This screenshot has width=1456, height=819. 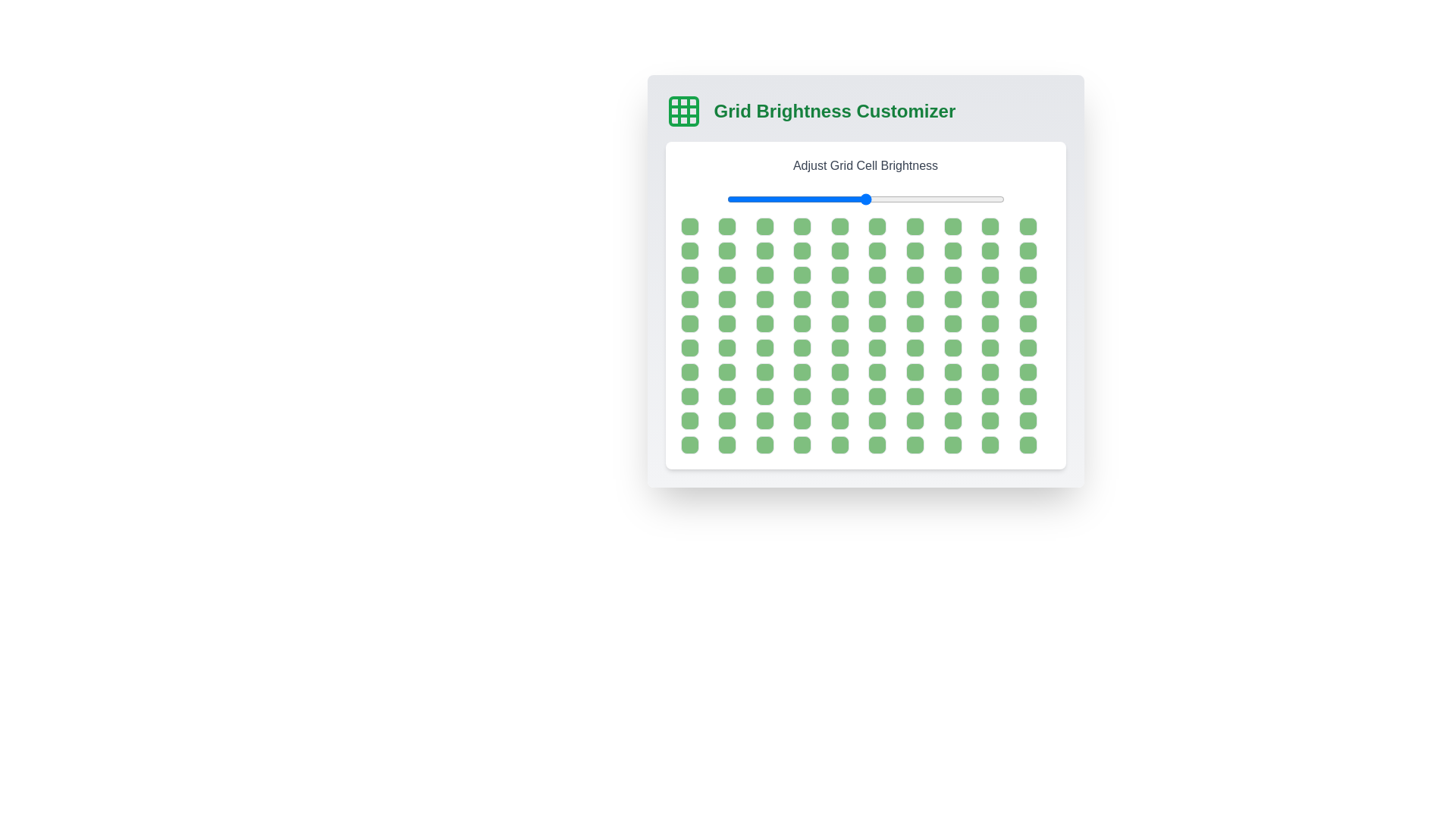 What do you see at coordinates (926, 198) in the screenshot?
I see `the brightness slider to 72%` at bounding box center [926, 198].